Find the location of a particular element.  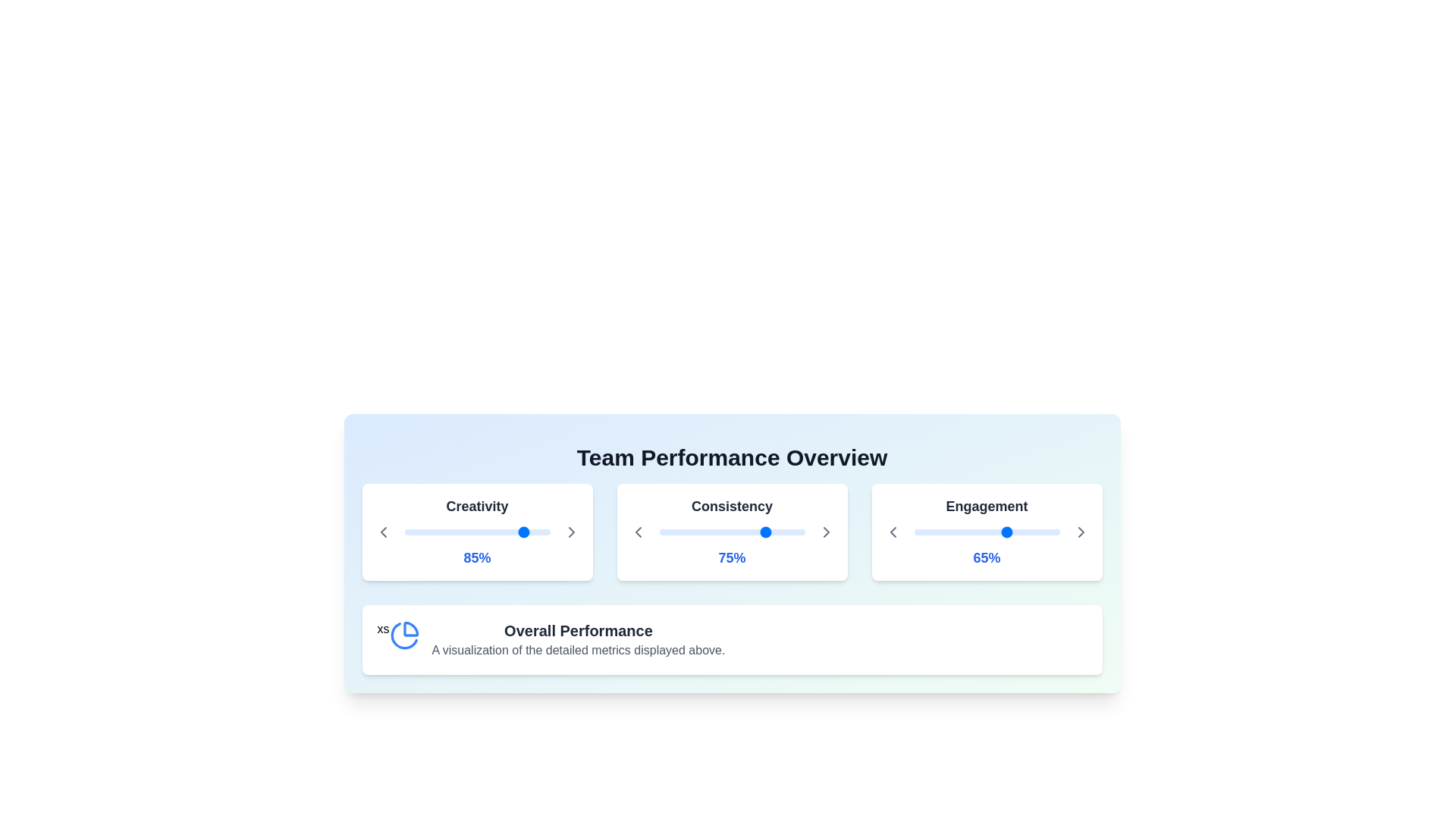

Creativity level is located at coordinates (507, 532).